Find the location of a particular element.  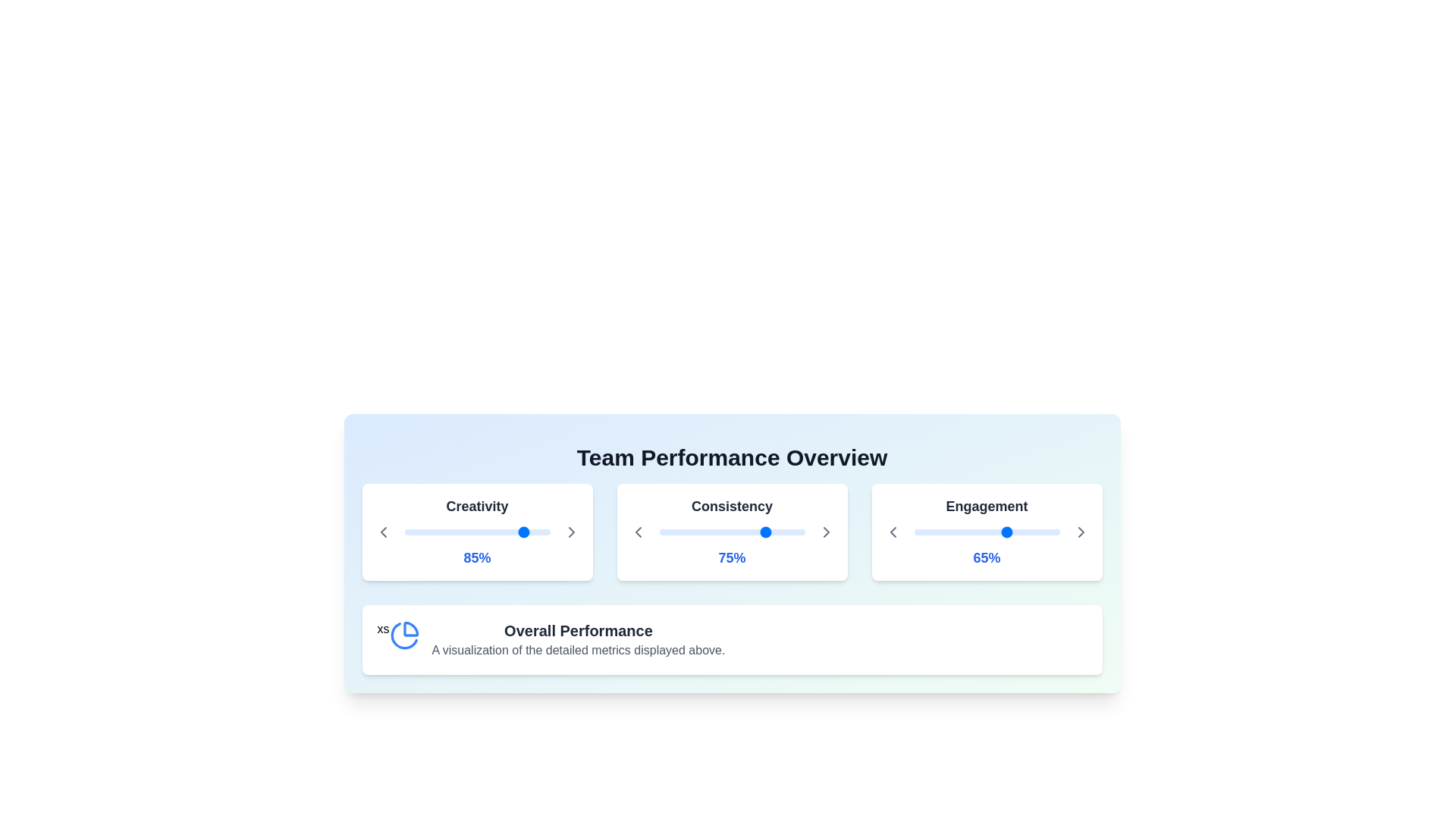

Creativity level is located at coordinates (507, 532).